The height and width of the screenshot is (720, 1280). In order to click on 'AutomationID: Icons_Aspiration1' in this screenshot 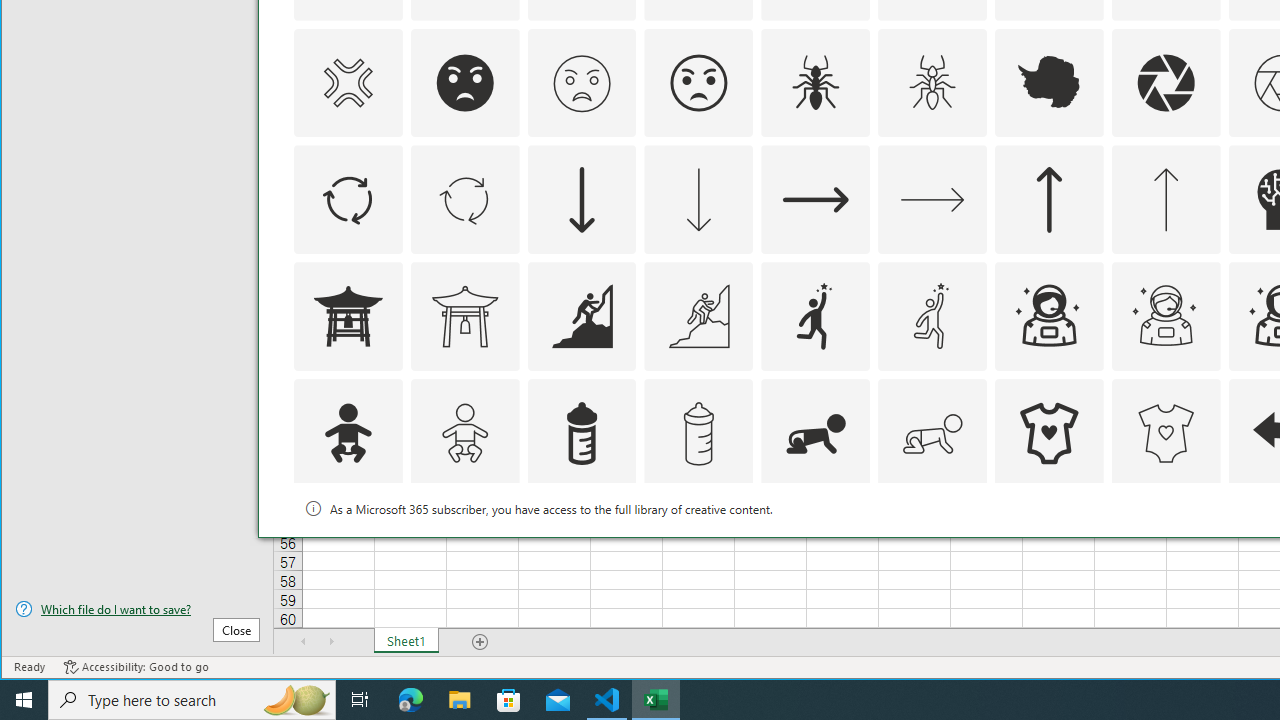, I will do `click(816, 315)`.